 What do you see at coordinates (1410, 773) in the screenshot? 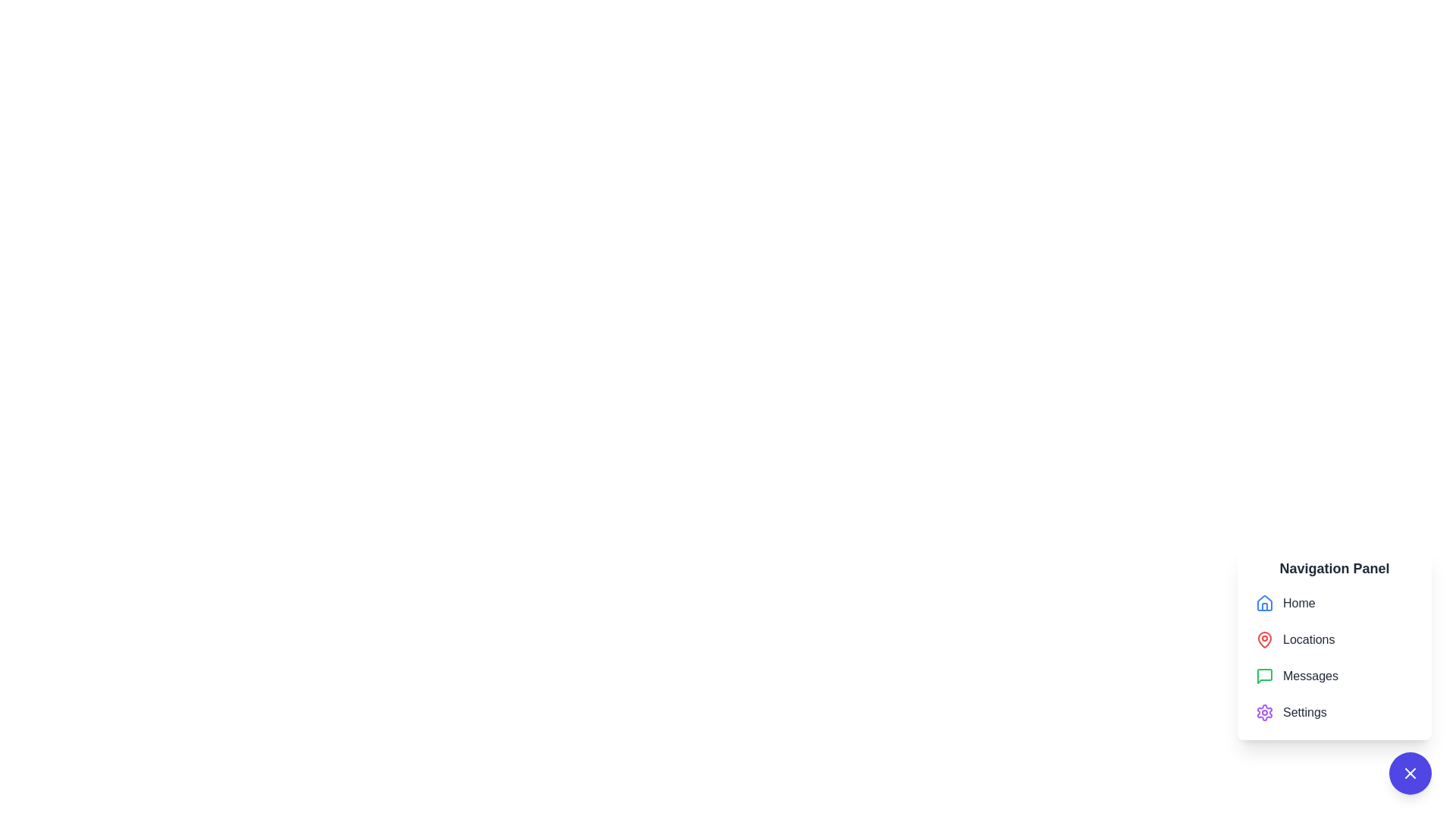
I see `the close button located in the bottom-right corner of the navigation panel` at bounding box center [1410, 773].